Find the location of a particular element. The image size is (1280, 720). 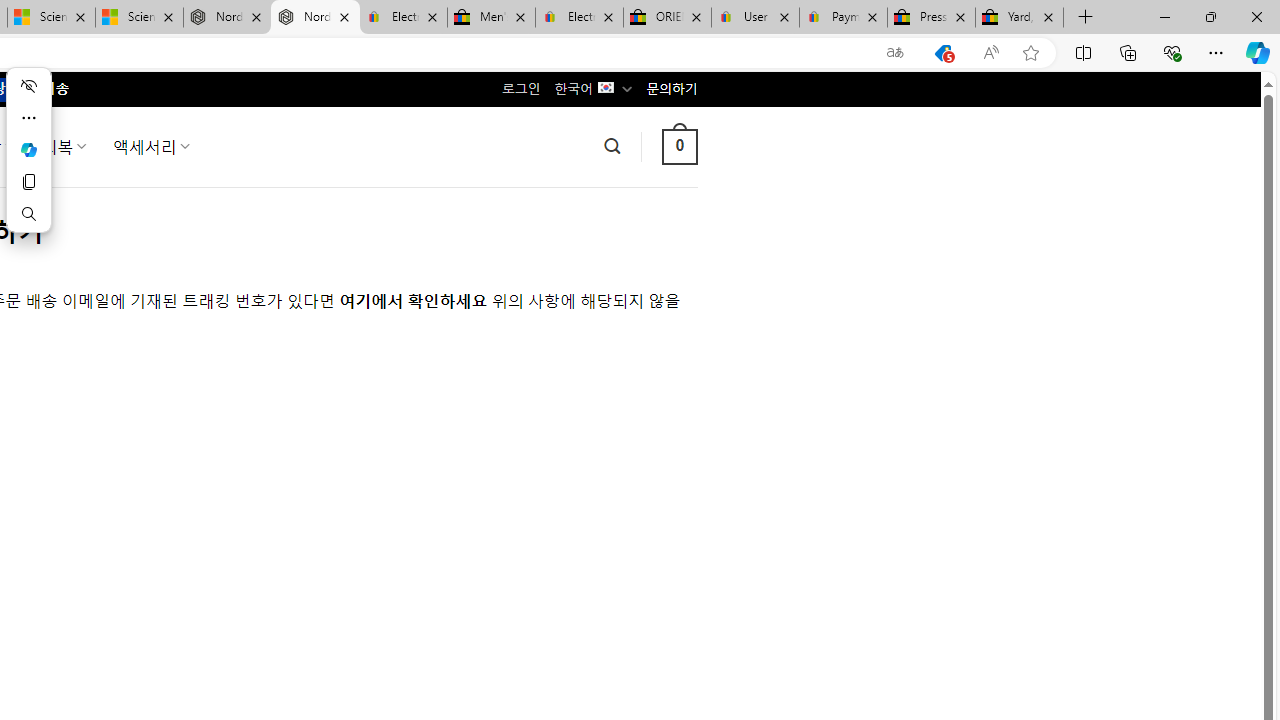

'Split screen' is located at coordinates (1082, 51).